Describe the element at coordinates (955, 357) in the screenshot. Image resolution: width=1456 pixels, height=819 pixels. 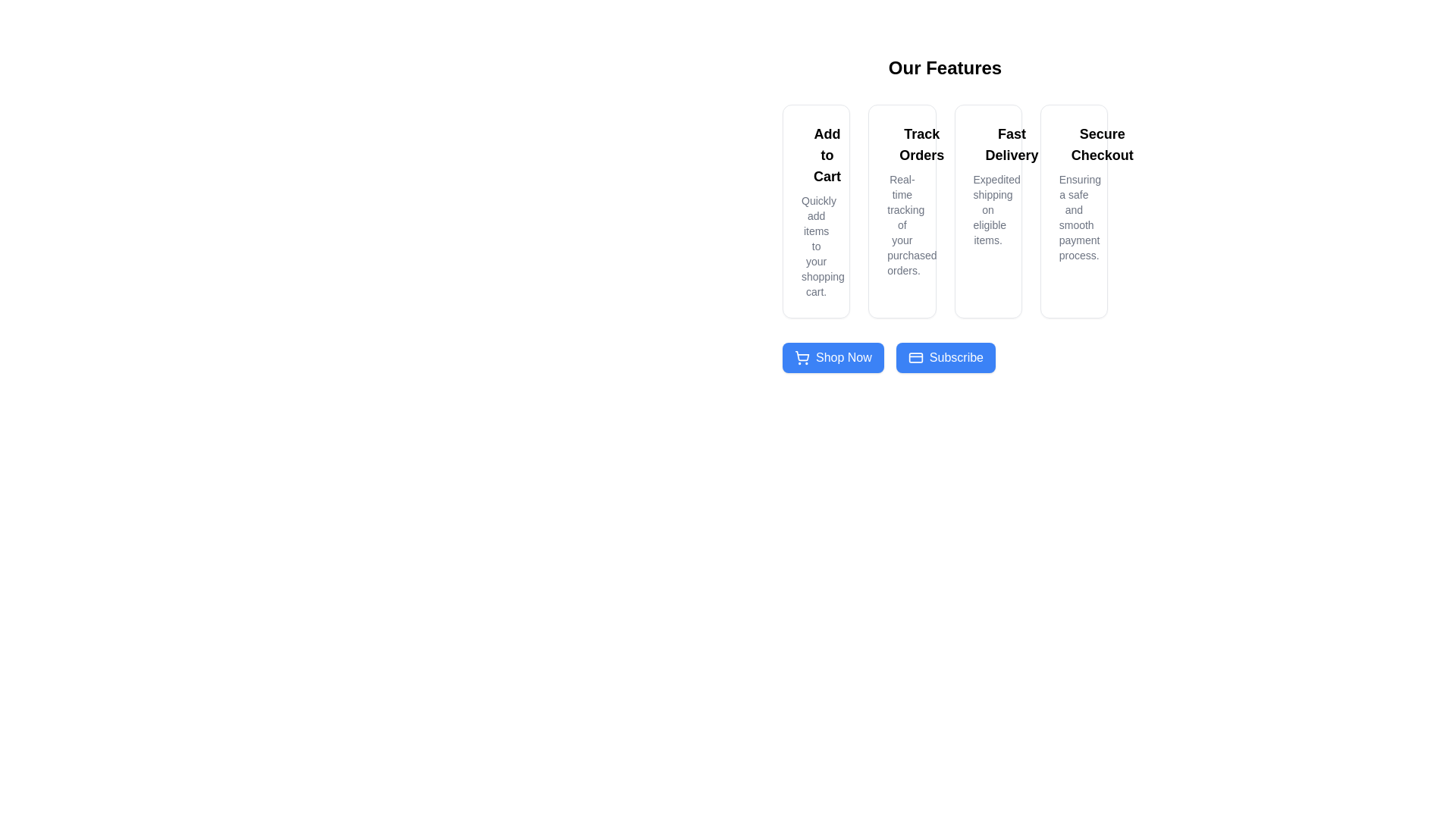
I see `the 'Subscribe' button, which is styled with white text on a blue background and is positioned to the right of the 'Shop Now' button` at that location.